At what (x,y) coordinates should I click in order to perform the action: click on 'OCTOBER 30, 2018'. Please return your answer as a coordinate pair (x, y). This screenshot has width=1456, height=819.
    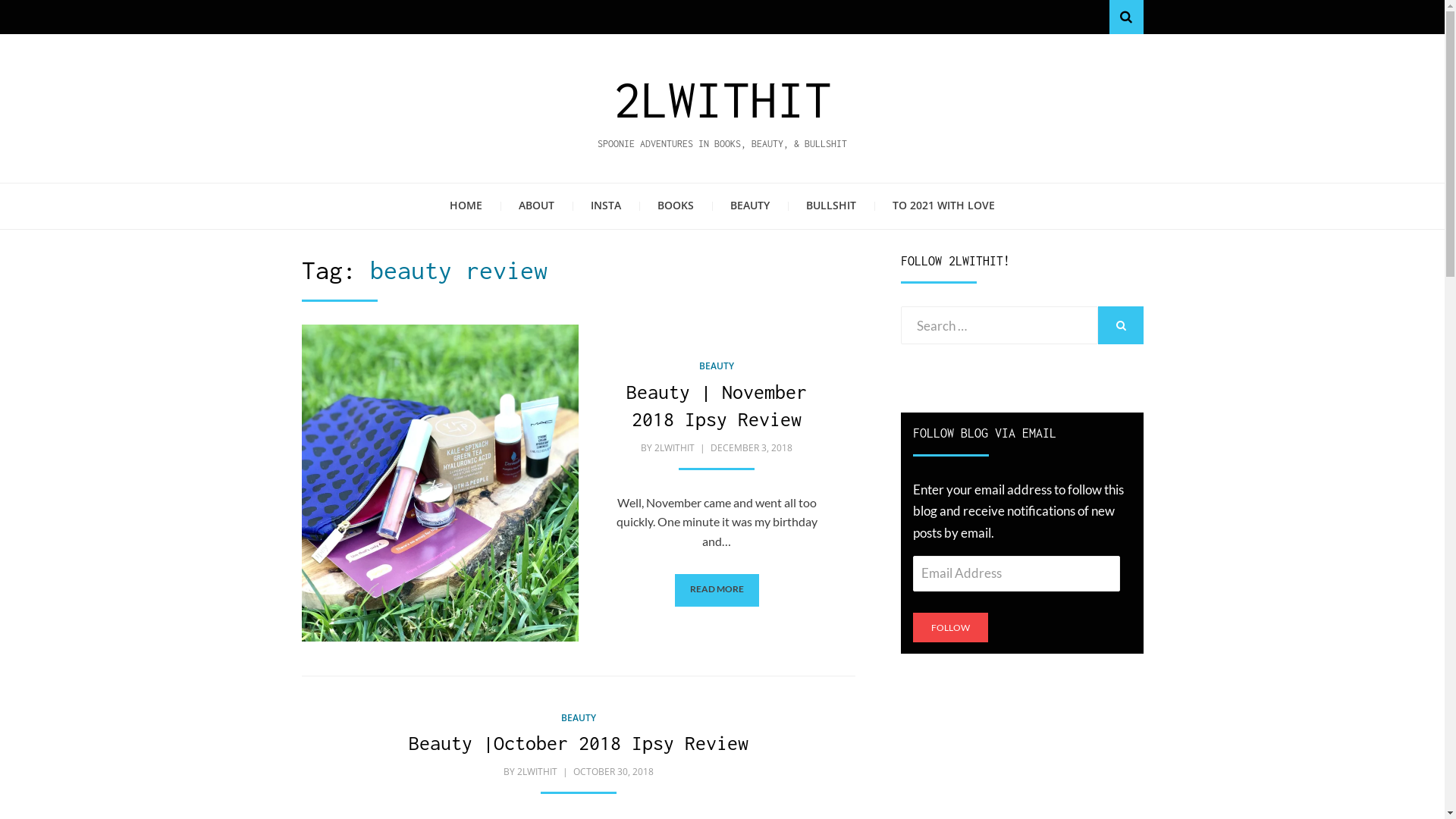
    Looking at the image, I should click on (611, 771).